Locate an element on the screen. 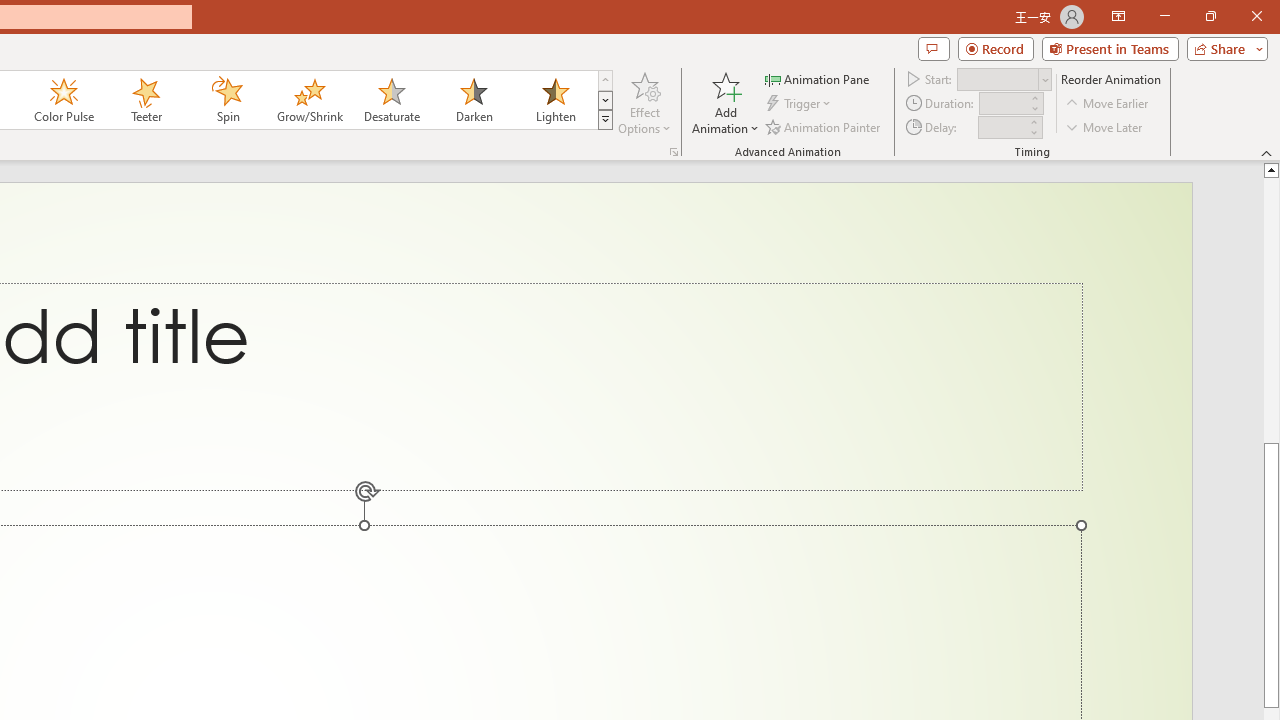 This screenshot has height=720, width=1280. 'Darken' is located at coordinates (472, 100).